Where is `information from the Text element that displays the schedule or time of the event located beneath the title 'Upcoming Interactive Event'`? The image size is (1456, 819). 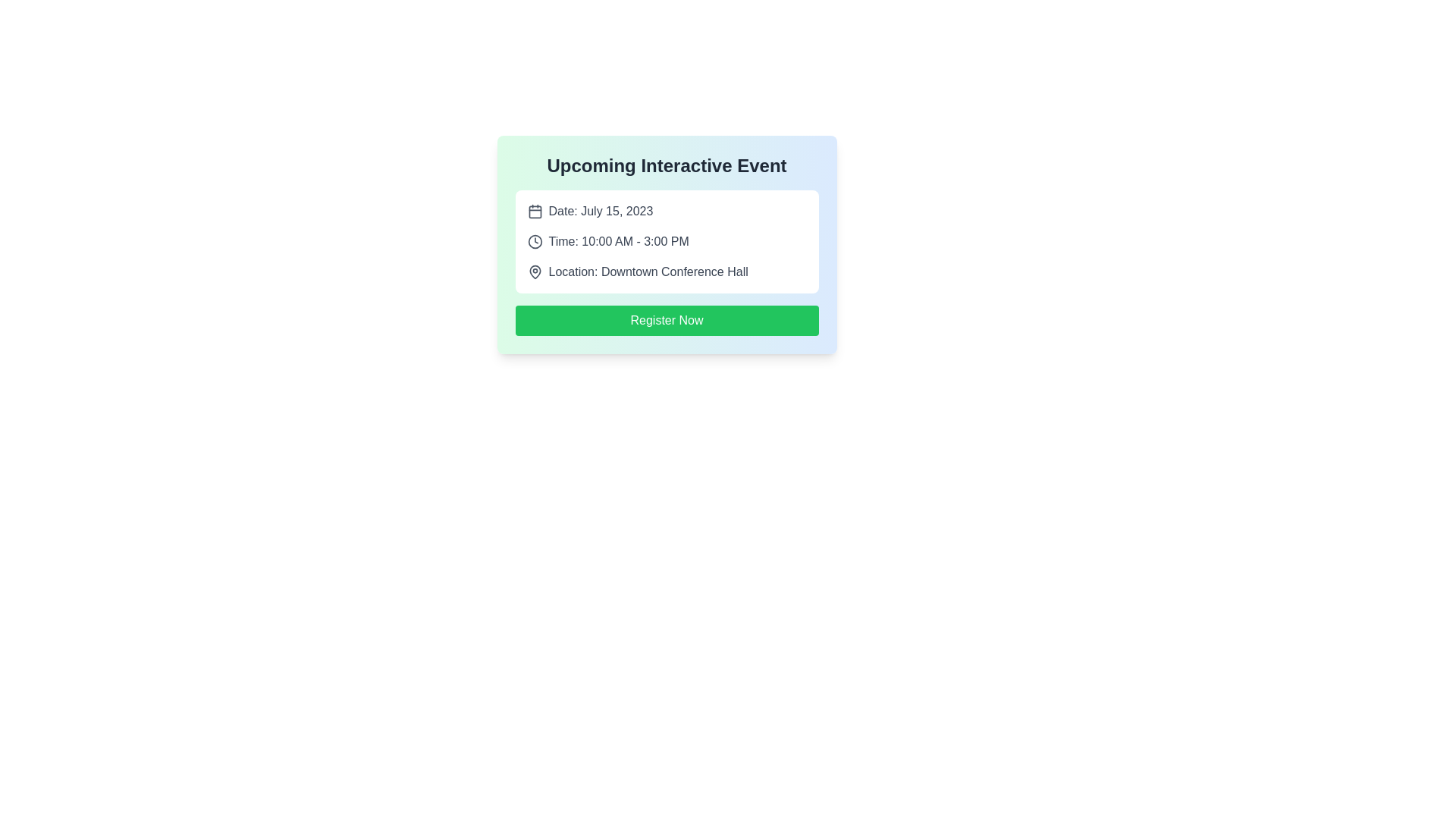
information from the Text element that displays the schedule or time of the event located beneath the title 'Upcoming Interactive Event' is located at coordinates (619, 241).